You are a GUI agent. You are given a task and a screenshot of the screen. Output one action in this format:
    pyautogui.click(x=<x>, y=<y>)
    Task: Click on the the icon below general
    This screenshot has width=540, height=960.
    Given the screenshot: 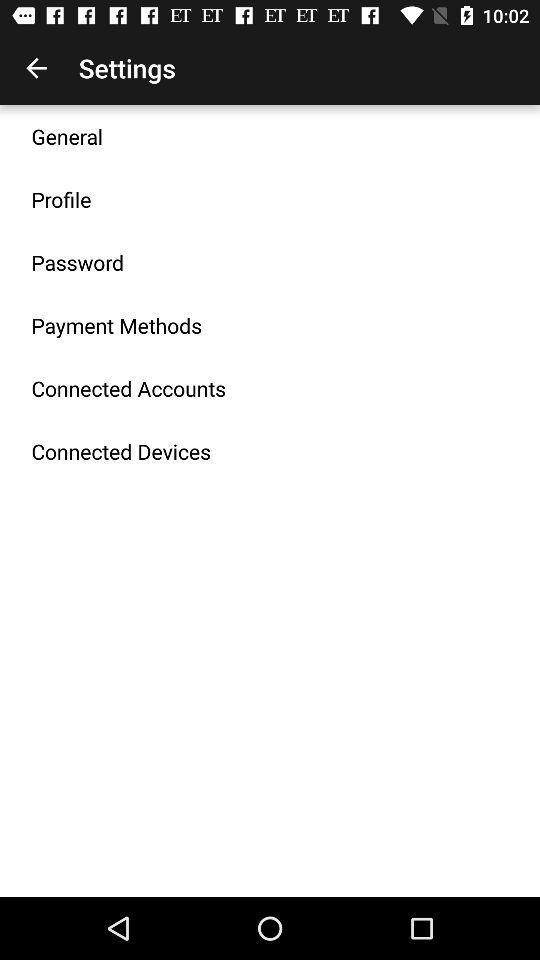 What is the action you would take?
    pyautogui.click(x=61, y=199)
    